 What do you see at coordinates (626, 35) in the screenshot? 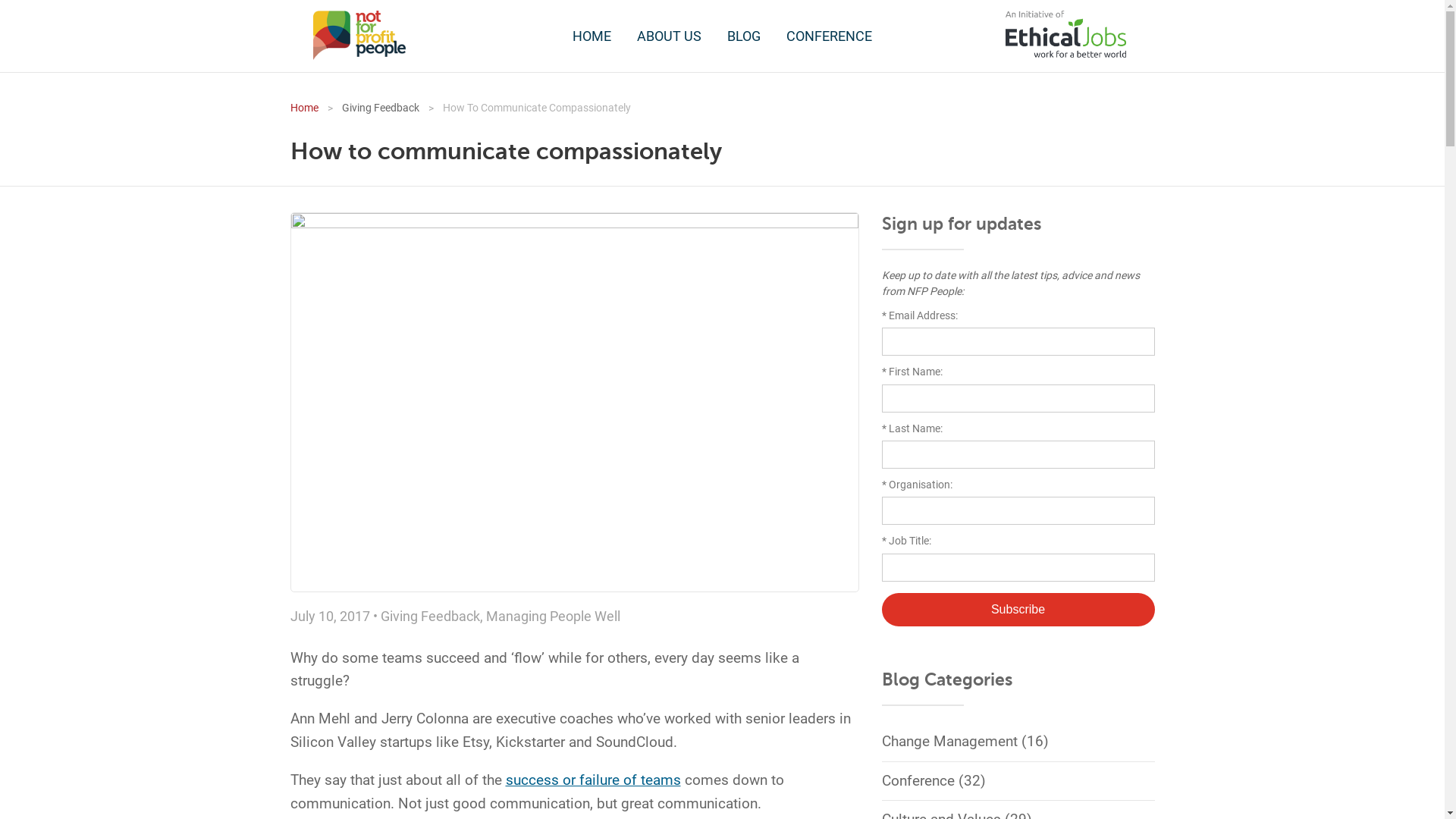
I see `'ABOUT US'` at bounding box center [626, 35].